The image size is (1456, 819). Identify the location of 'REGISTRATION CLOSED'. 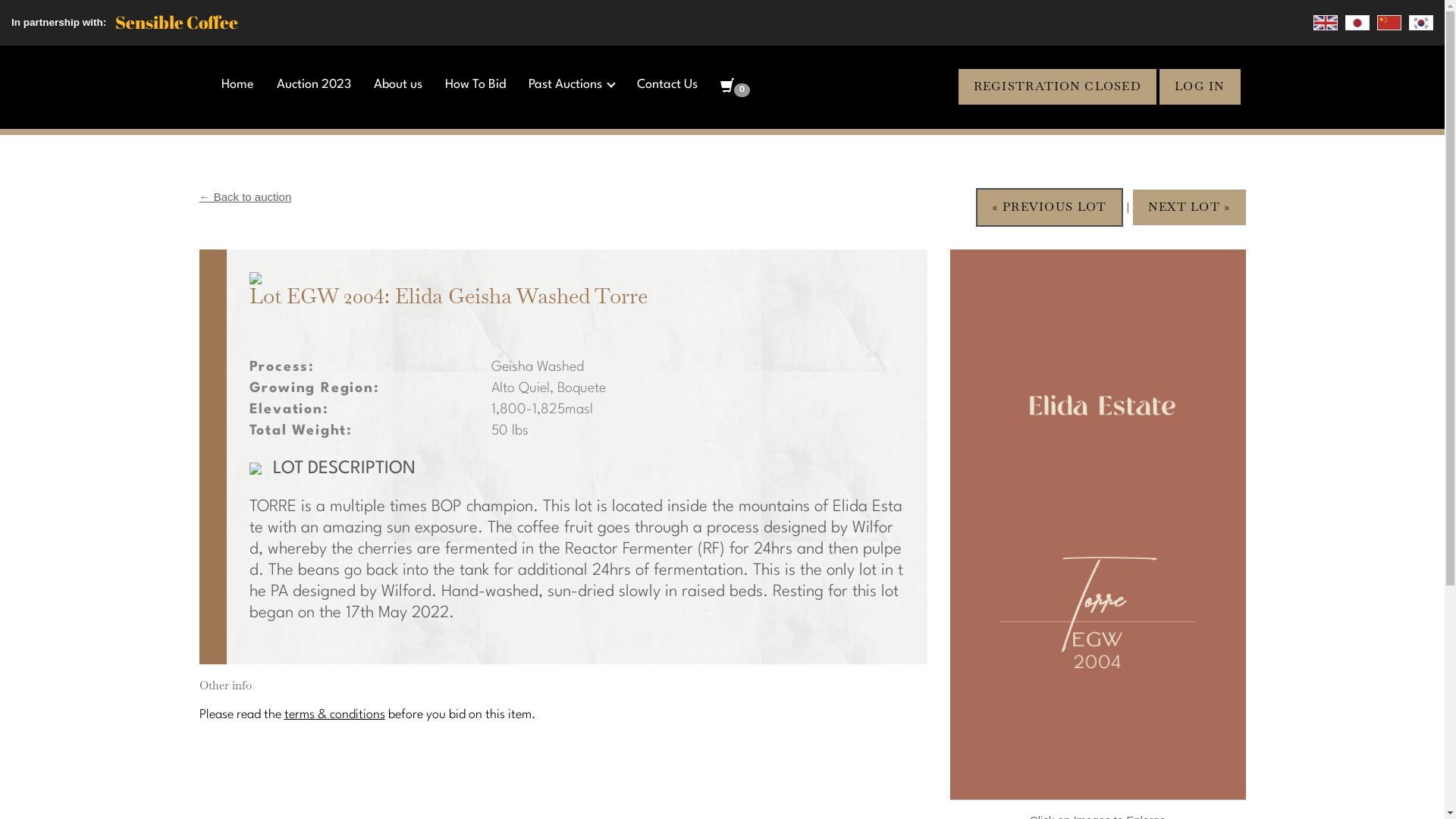
(1056, 86).